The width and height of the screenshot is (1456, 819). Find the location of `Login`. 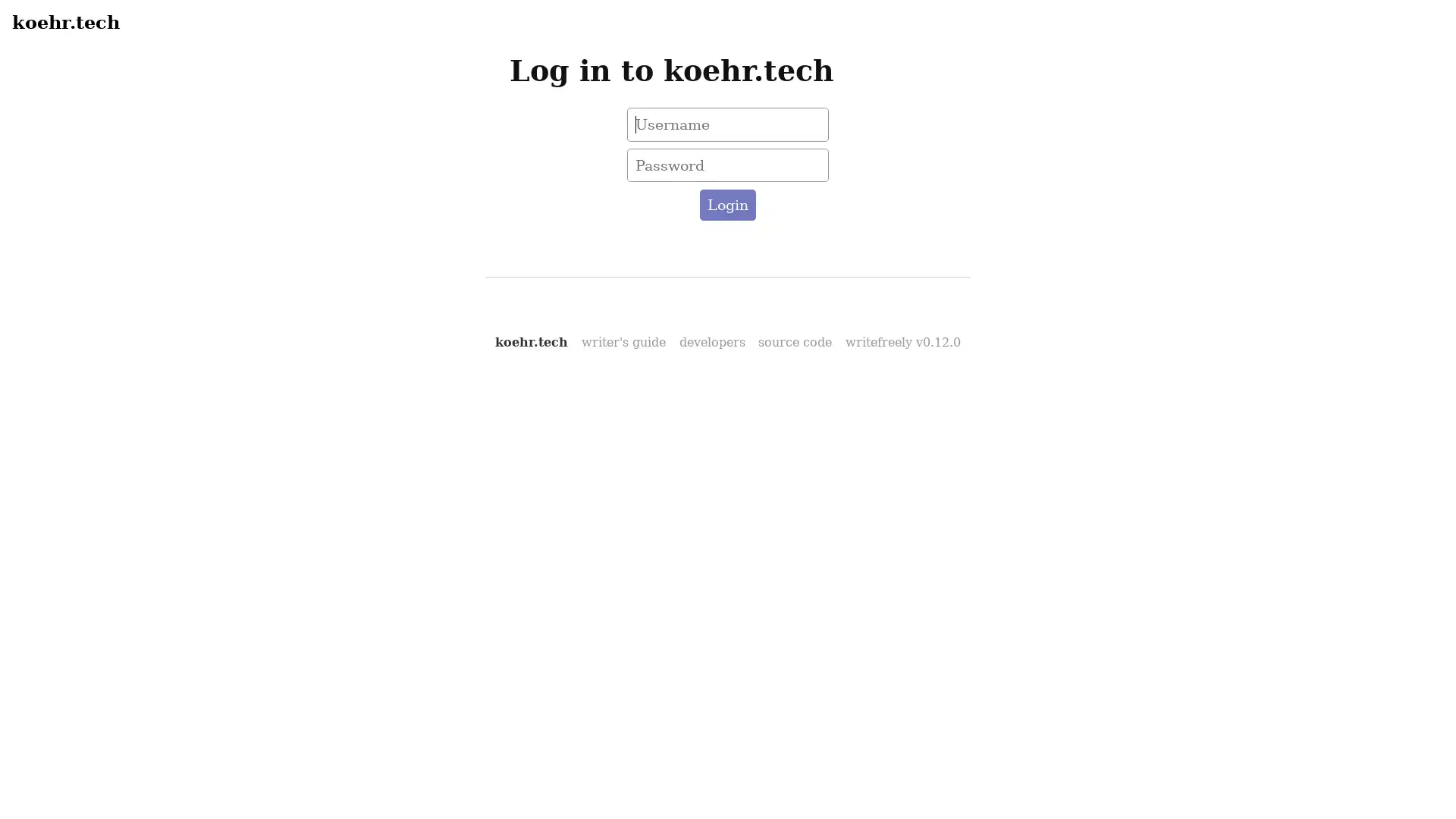

Login is located at coordinates (726, 206).